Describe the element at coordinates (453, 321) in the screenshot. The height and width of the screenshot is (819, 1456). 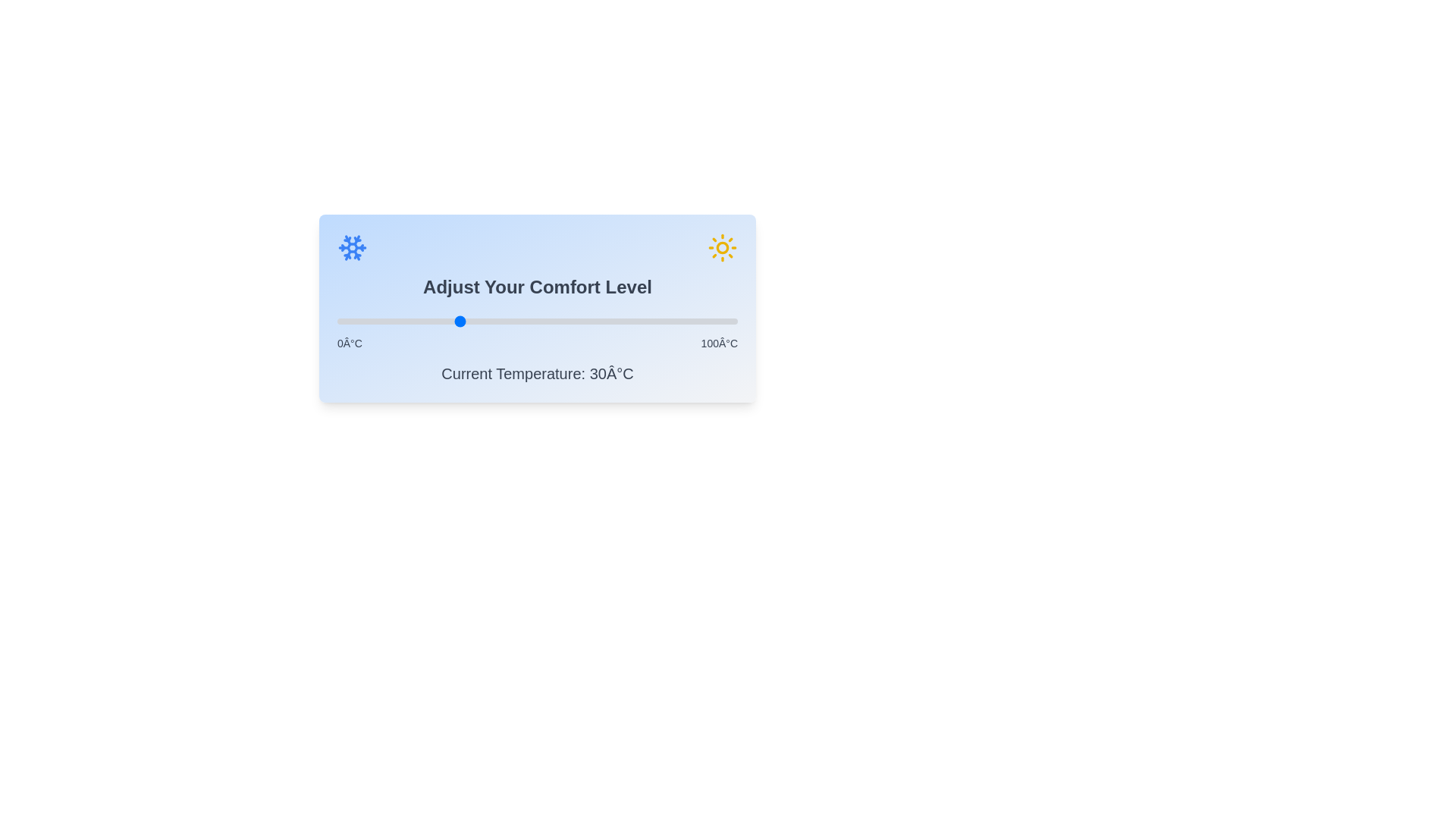
I see `the slider to set the temperature to 29°C` at that location.